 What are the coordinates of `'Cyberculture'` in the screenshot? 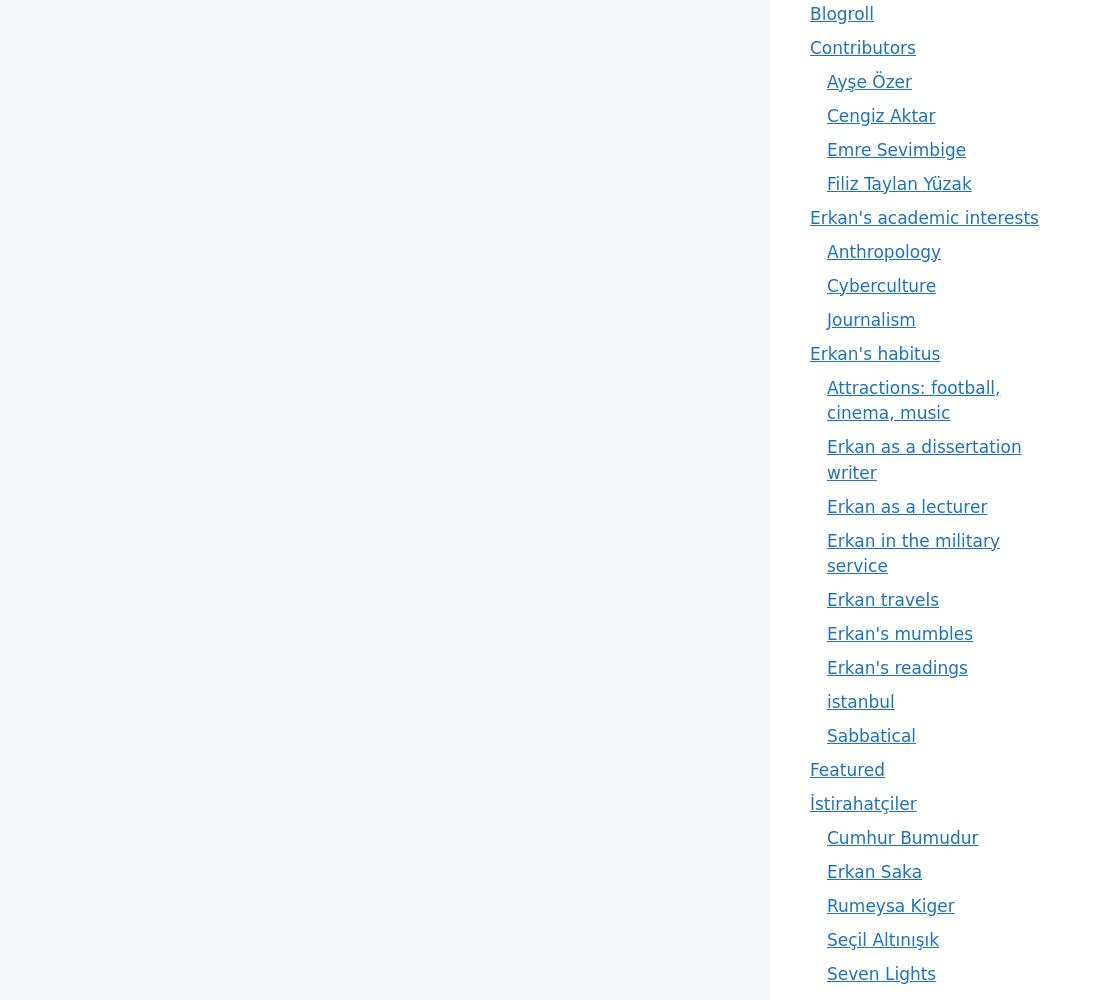 It's located at (880, 285).